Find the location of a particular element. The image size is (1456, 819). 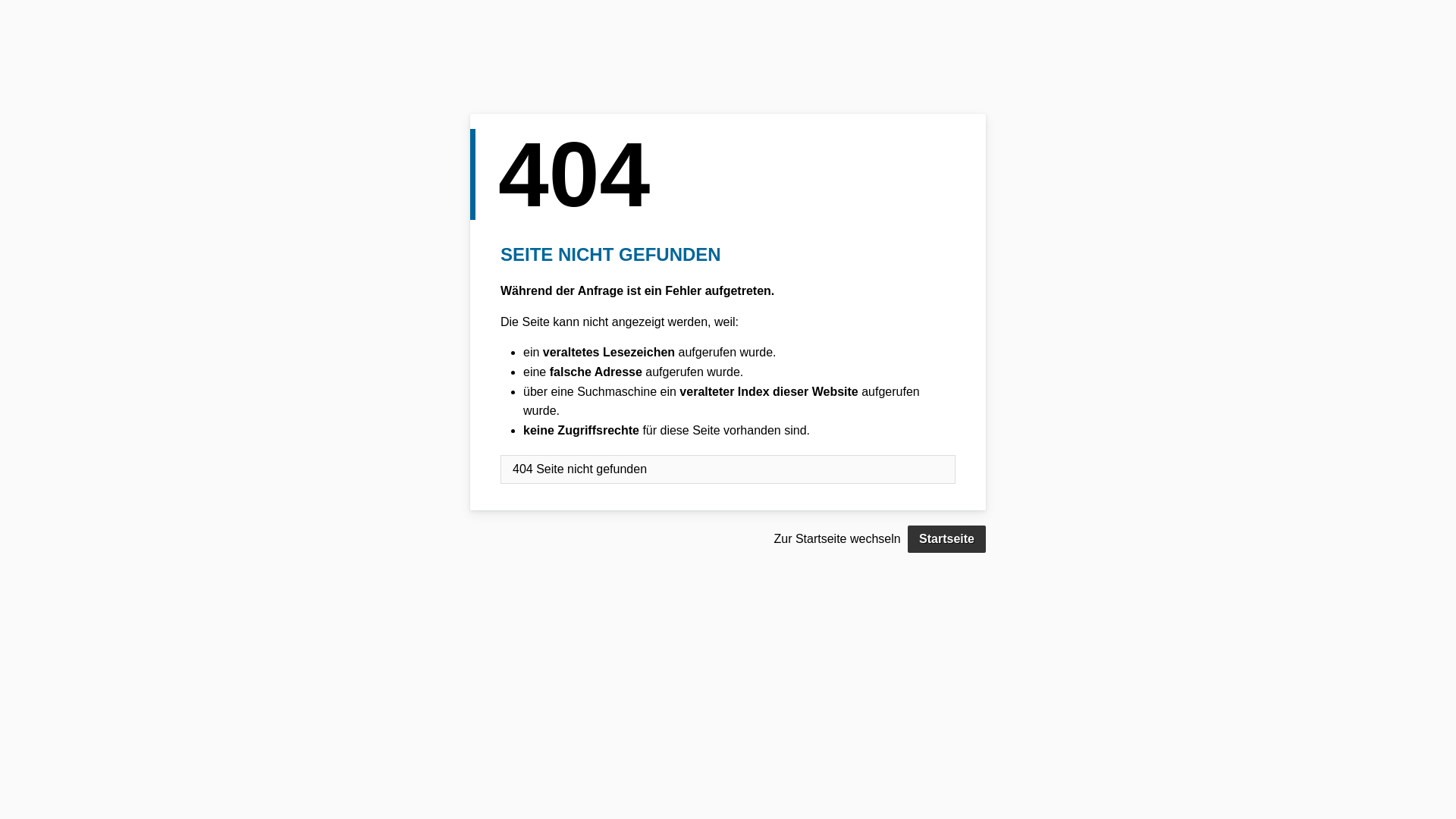

'Startseite' is located at coordinates (946, 538).